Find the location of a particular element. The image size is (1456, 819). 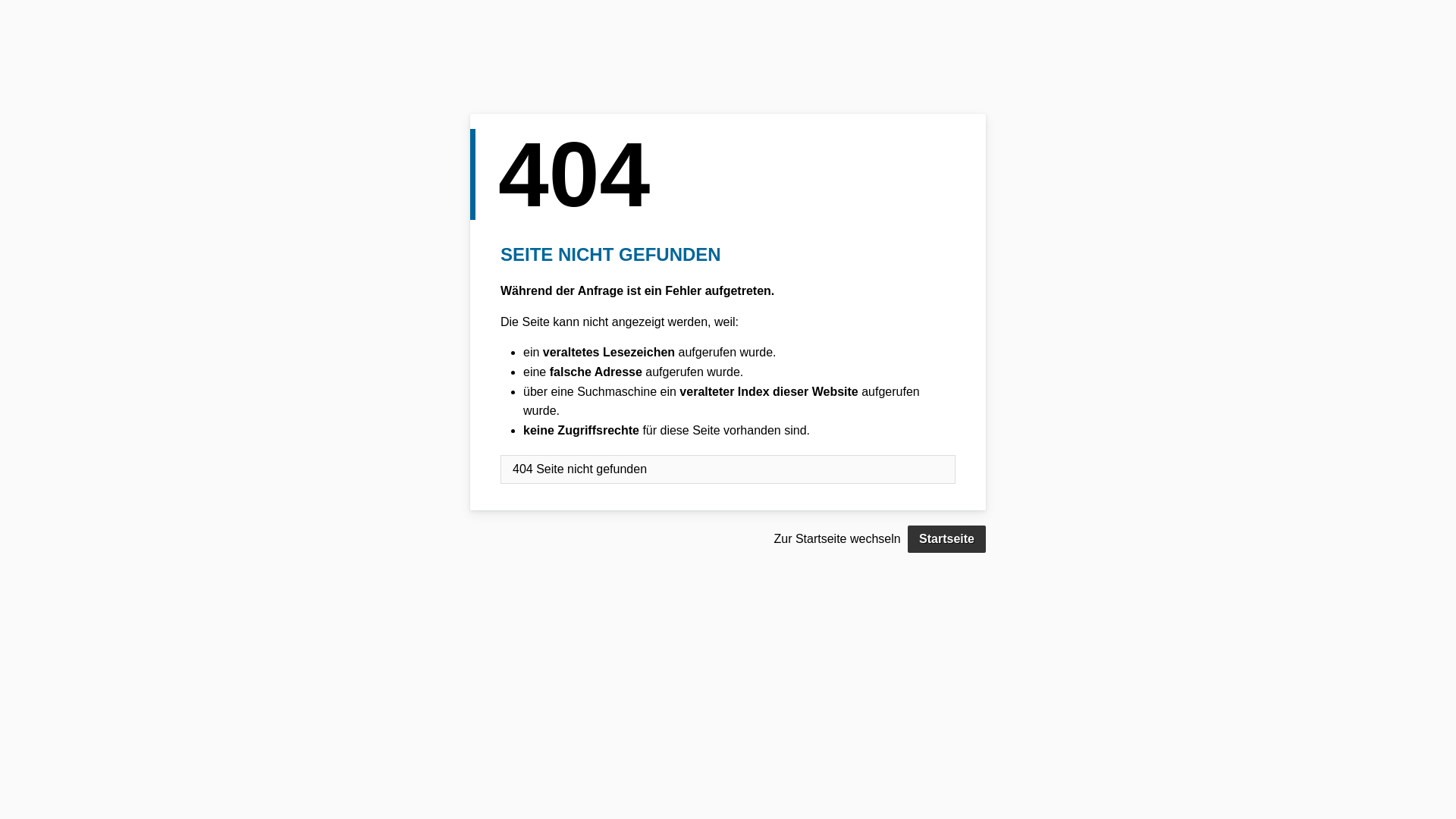

'Startseite' is located at coordinates (946, 538).